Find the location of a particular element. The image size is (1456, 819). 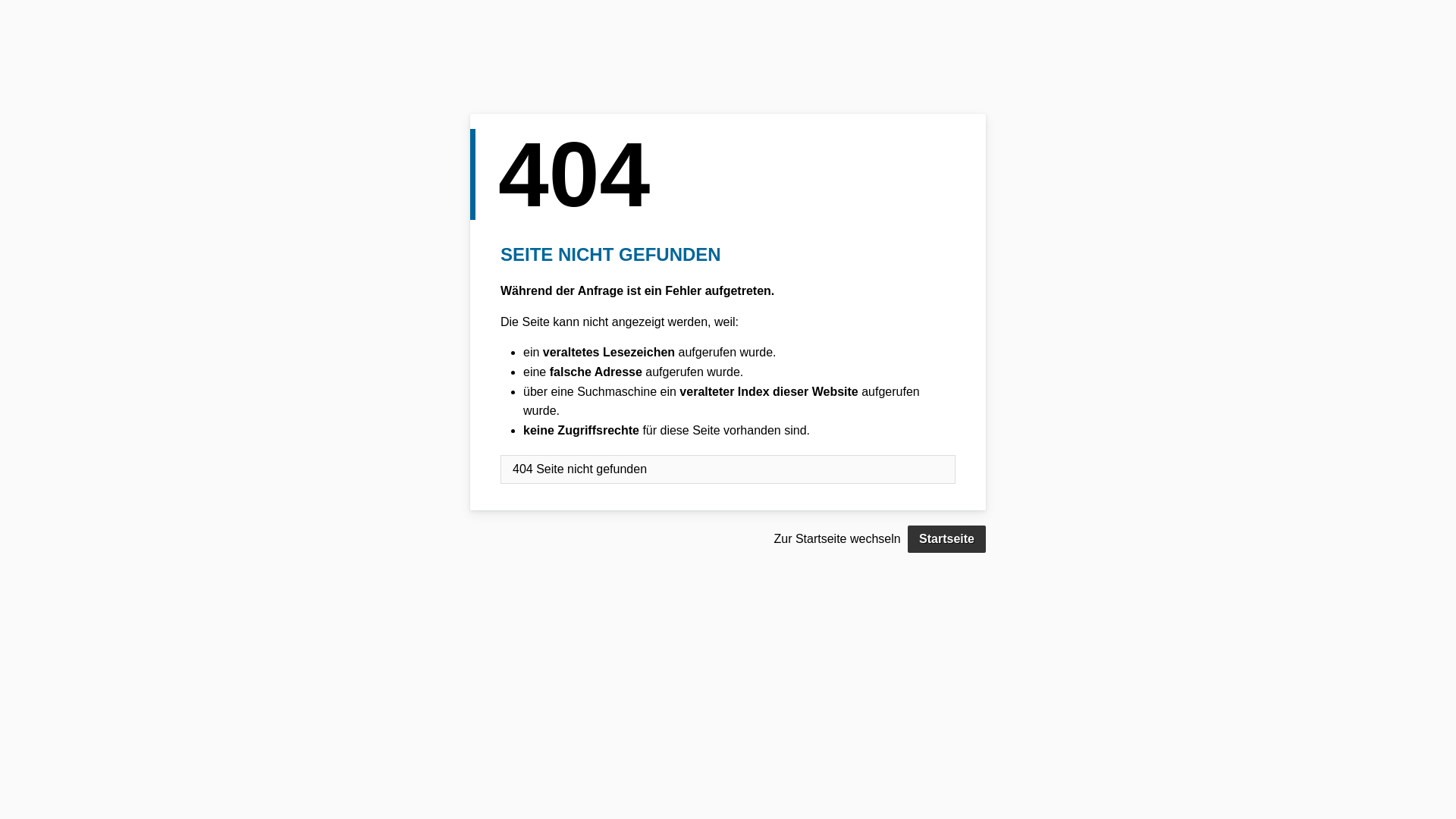

'Startseite' is located at coordinates (946, 538).